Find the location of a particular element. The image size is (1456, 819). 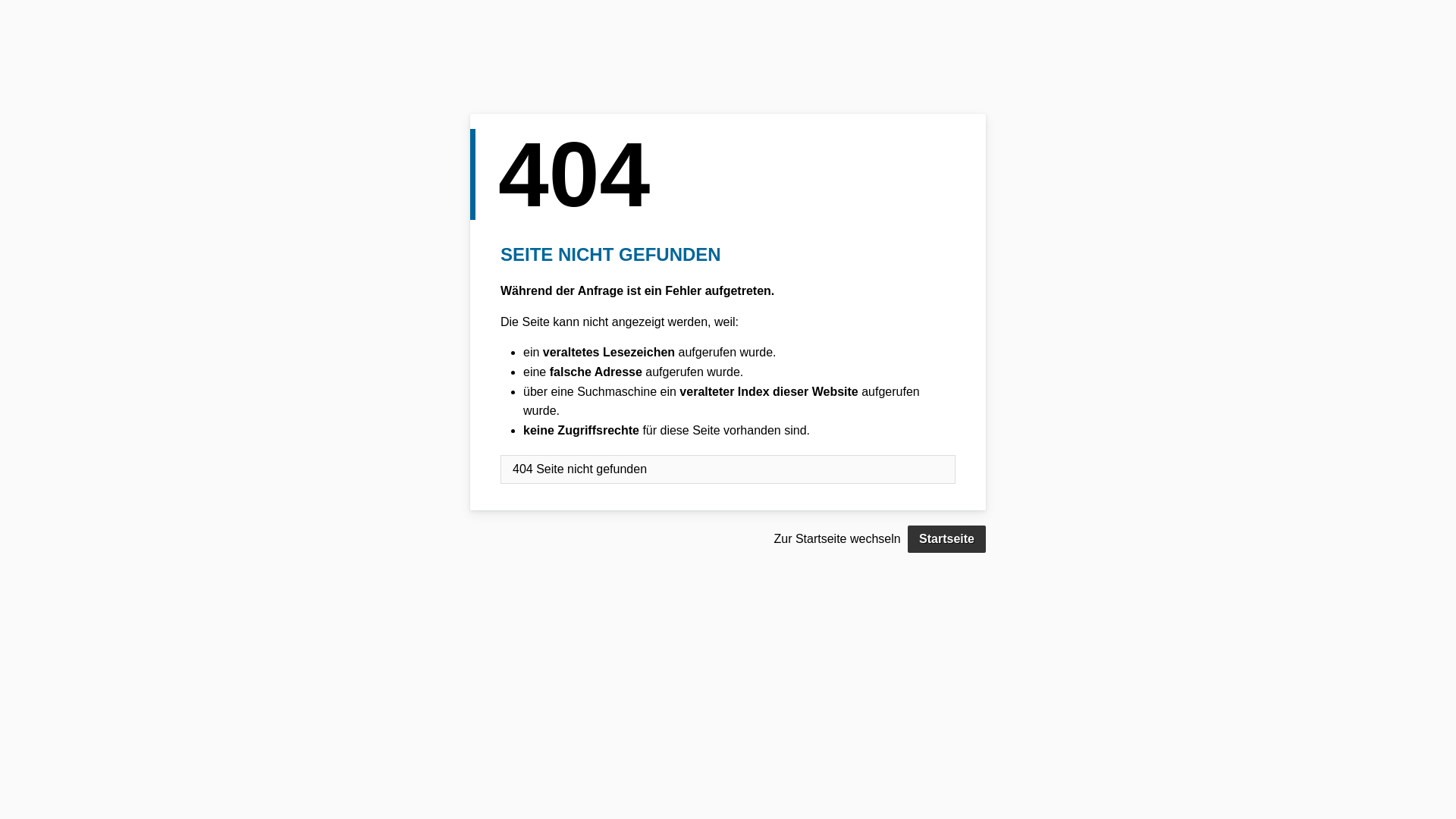

'Startseite' is located at coordinates (946, 538).